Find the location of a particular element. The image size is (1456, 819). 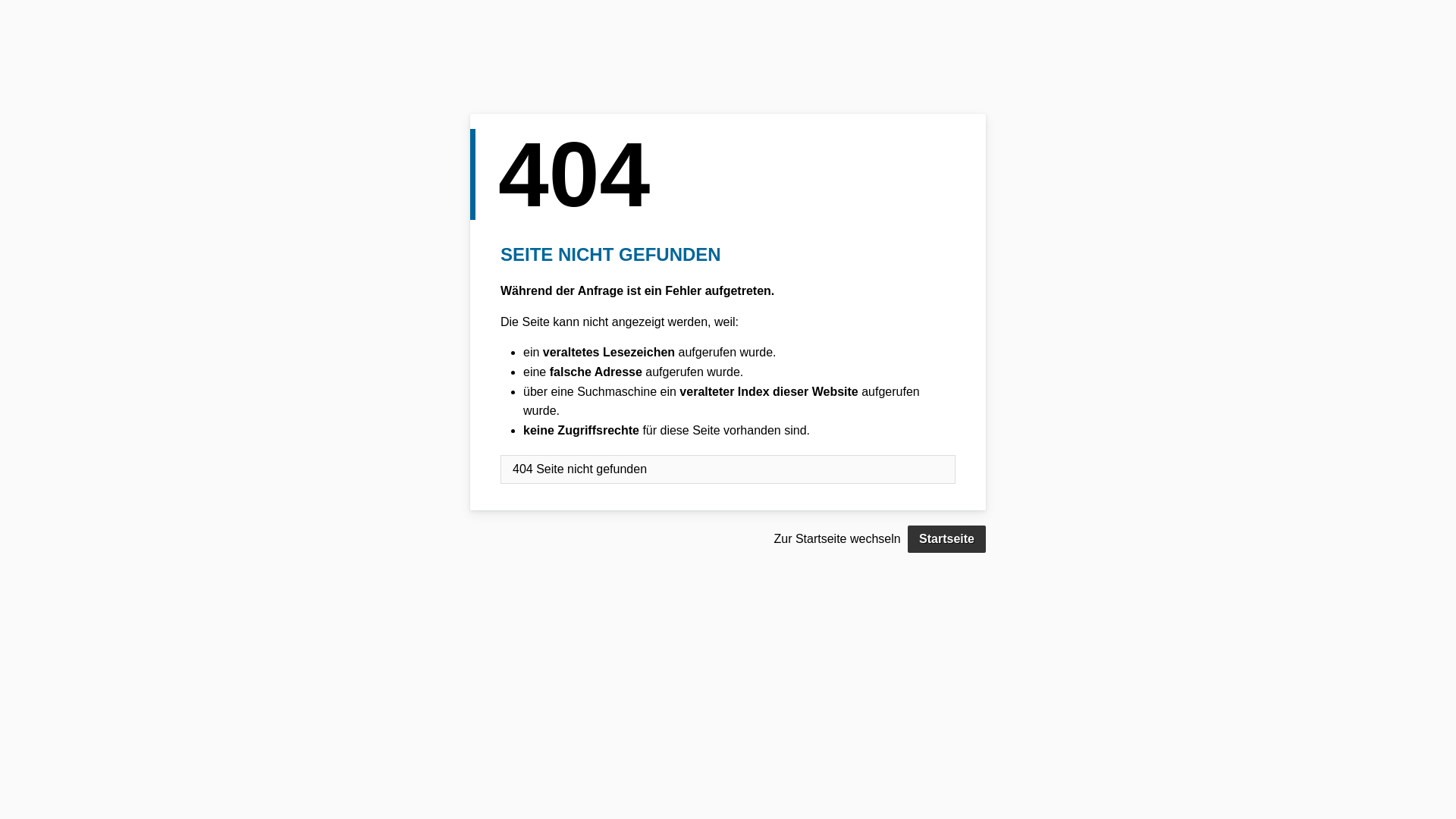

'Startseite' is located at coordinates (946, 538).